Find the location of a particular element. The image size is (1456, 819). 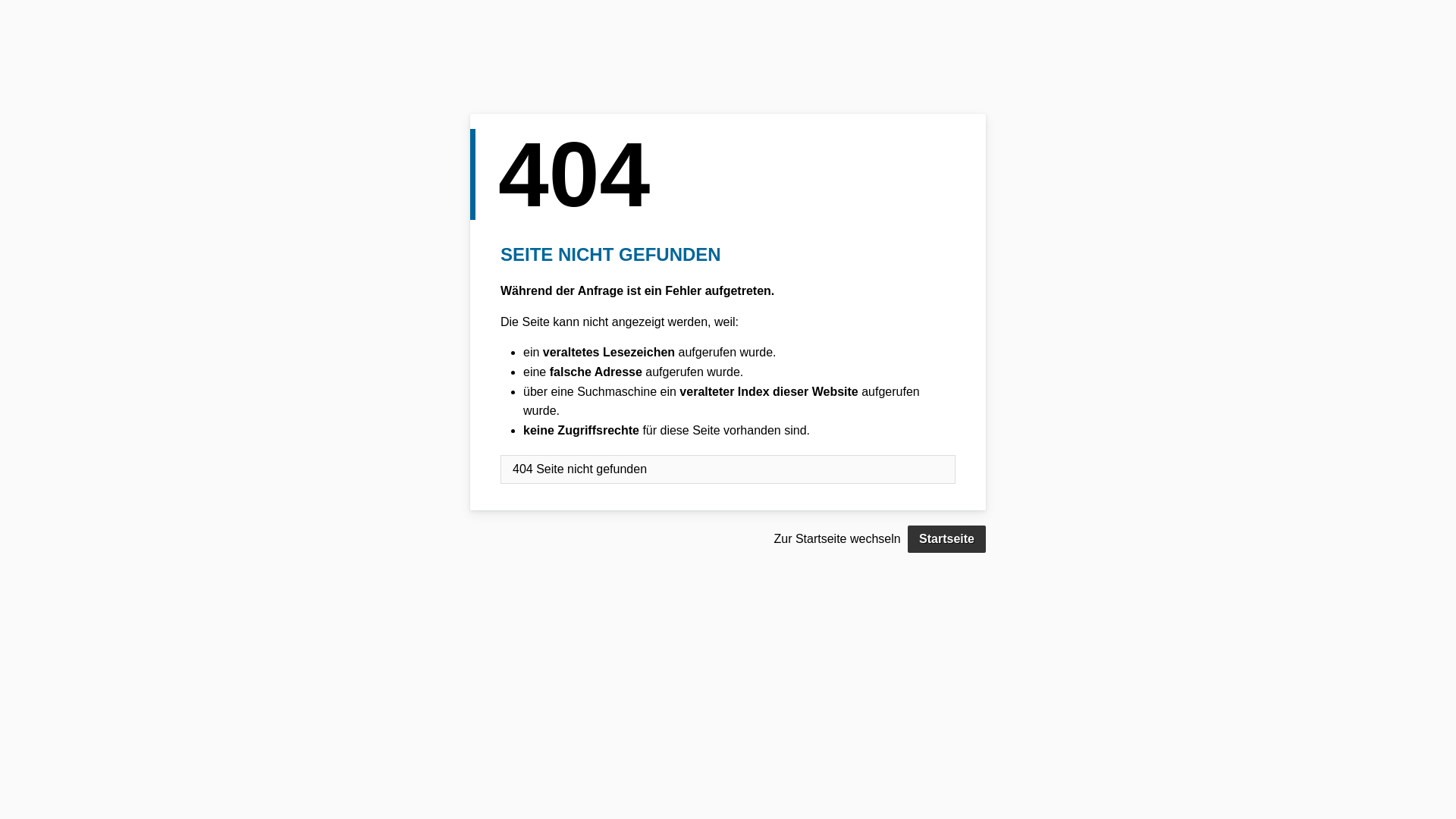

'Startseite' is located at coordinates (946, 538).